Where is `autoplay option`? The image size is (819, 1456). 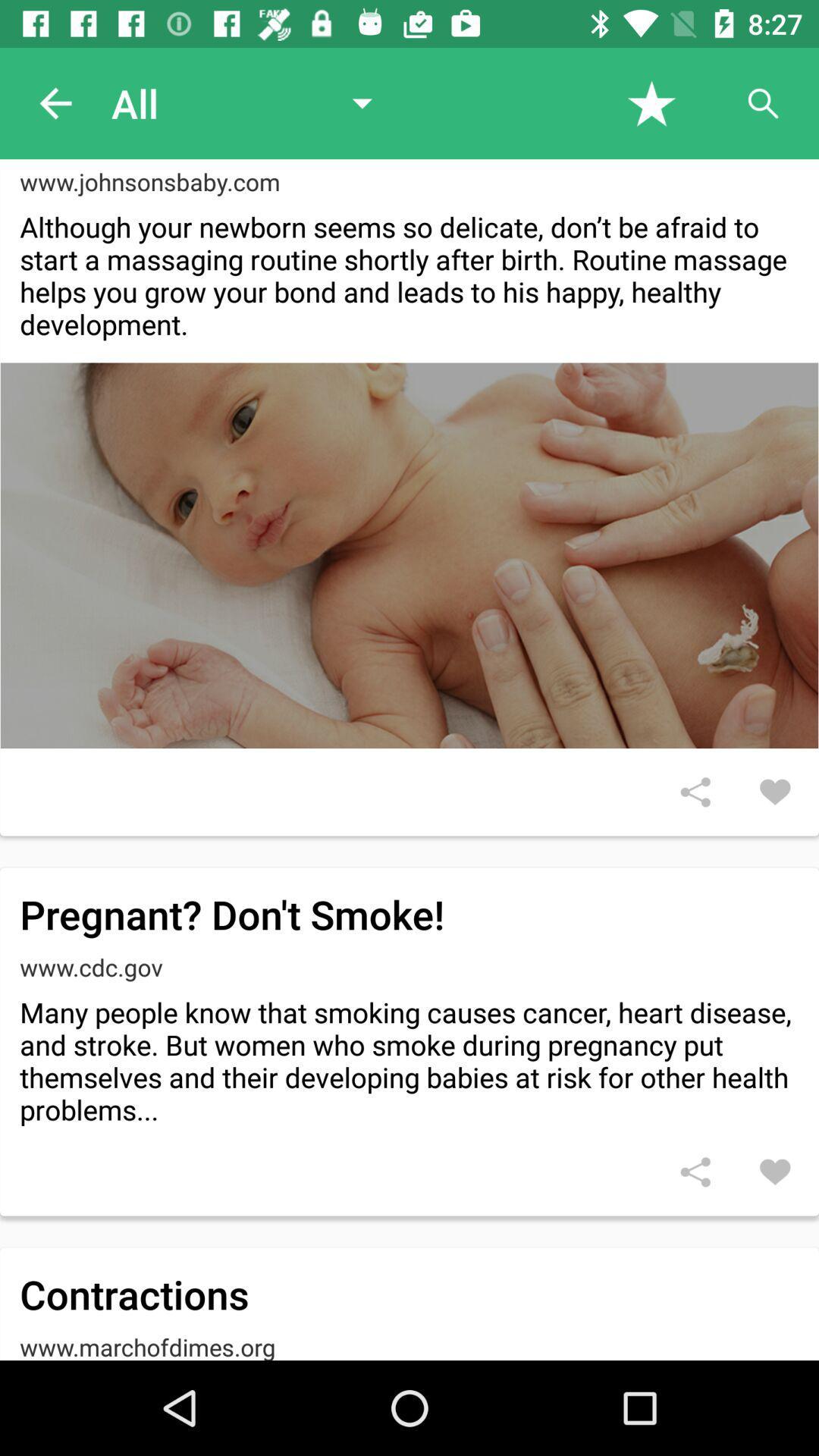
autoplay option is located at coordinates (763, 102).